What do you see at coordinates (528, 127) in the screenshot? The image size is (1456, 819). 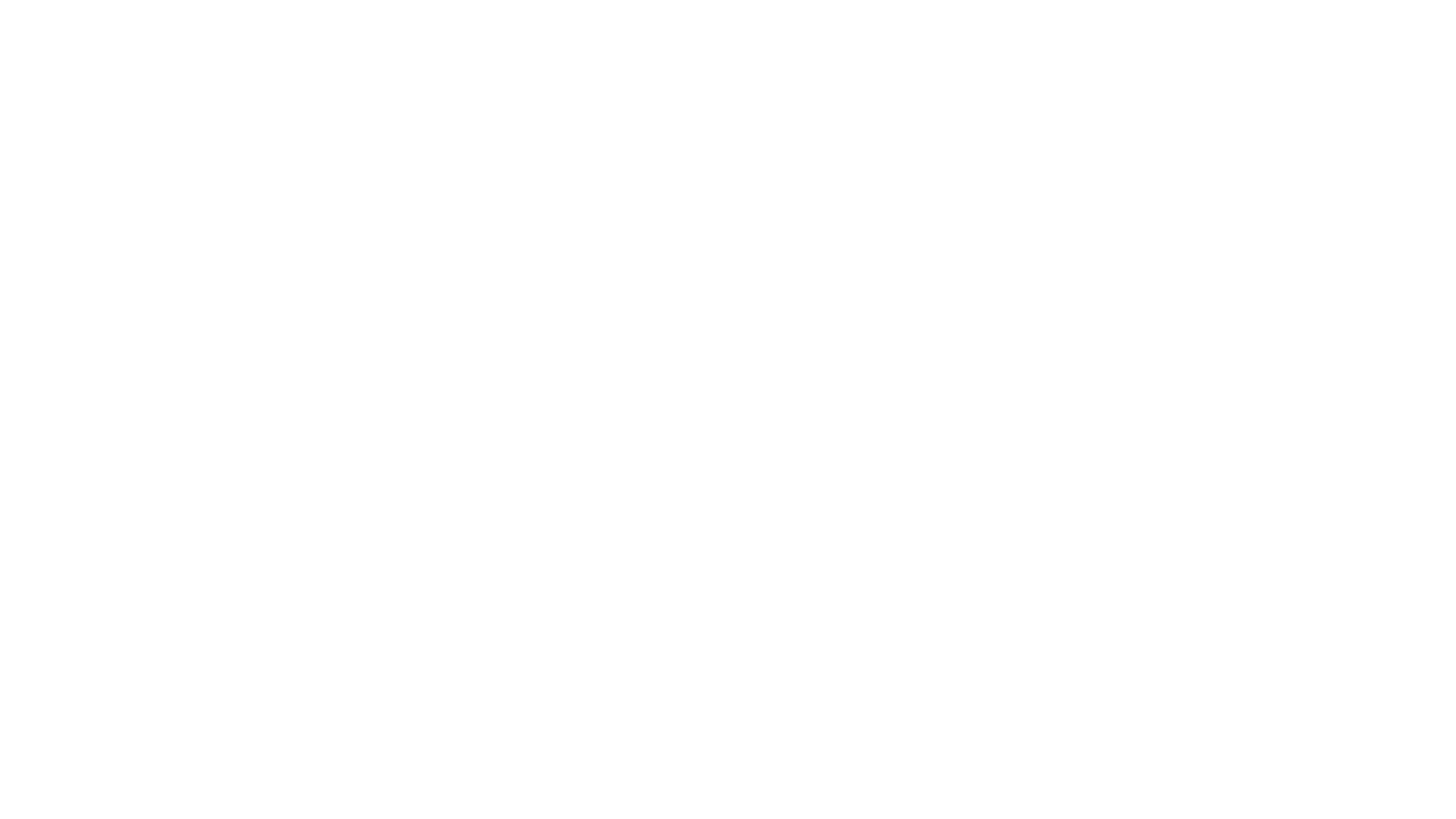 I see `Creation culinaire` at bounding box center [528, 127].